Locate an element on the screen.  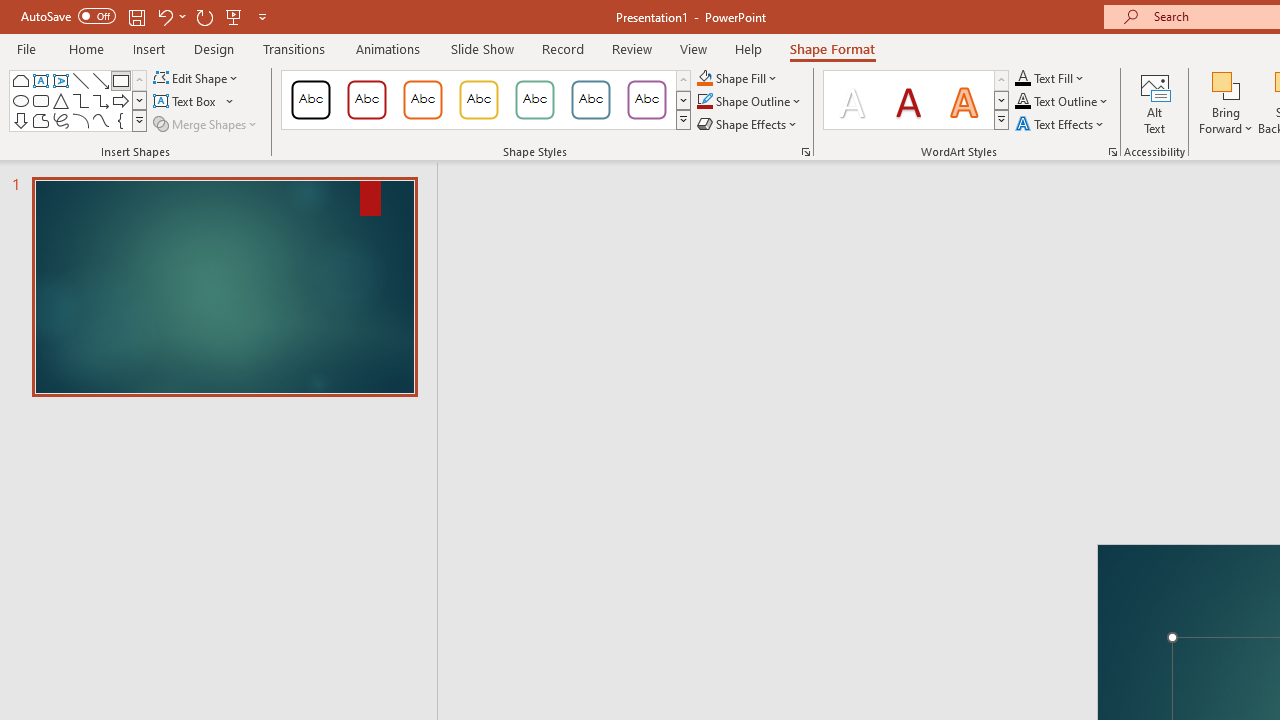
'Text Fill' is located at coordinates (1049, 77).